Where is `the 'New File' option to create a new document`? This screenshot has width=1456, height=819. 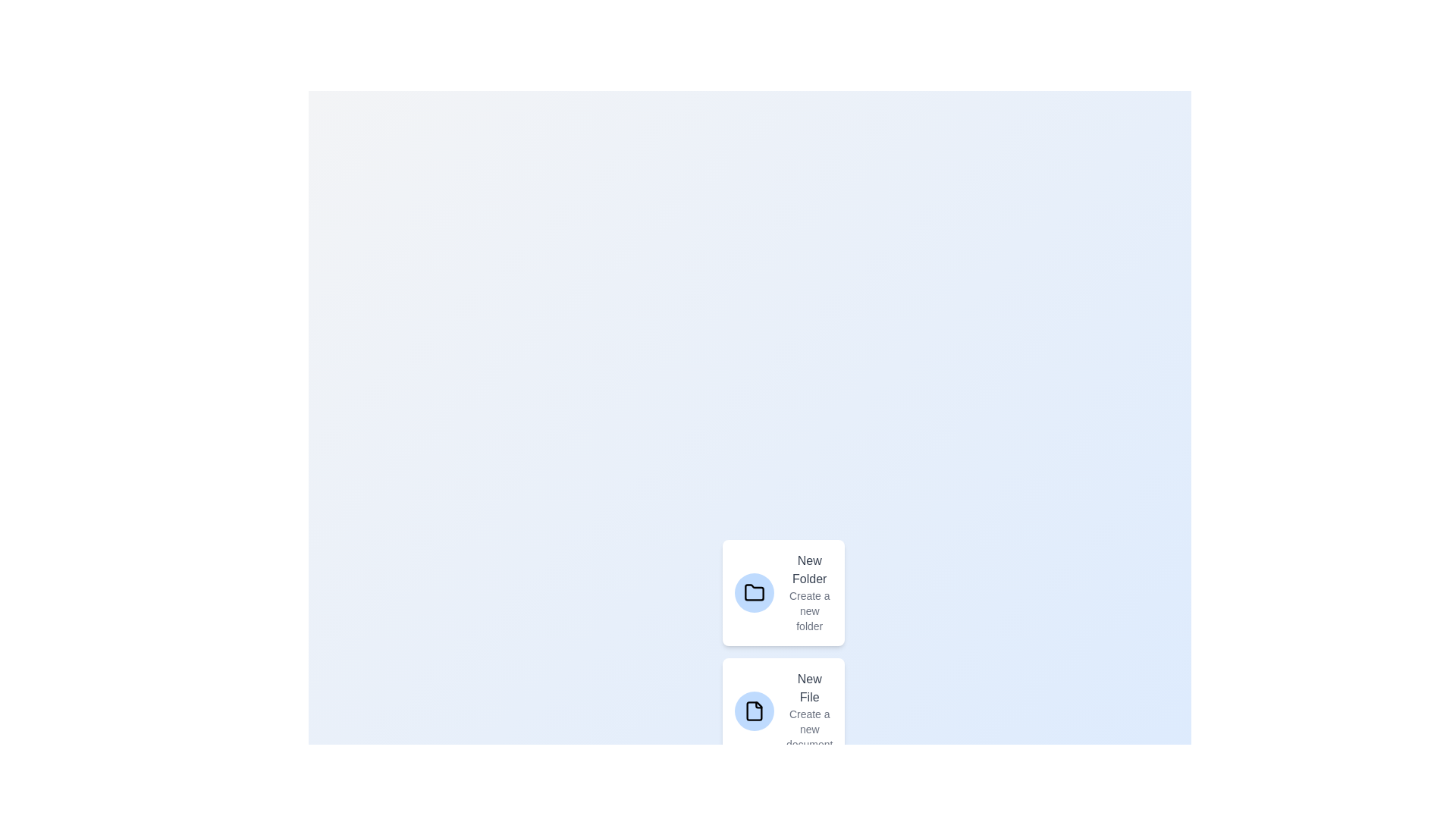 the 'New File' option to create a new document is located at coordinates (783, 711).